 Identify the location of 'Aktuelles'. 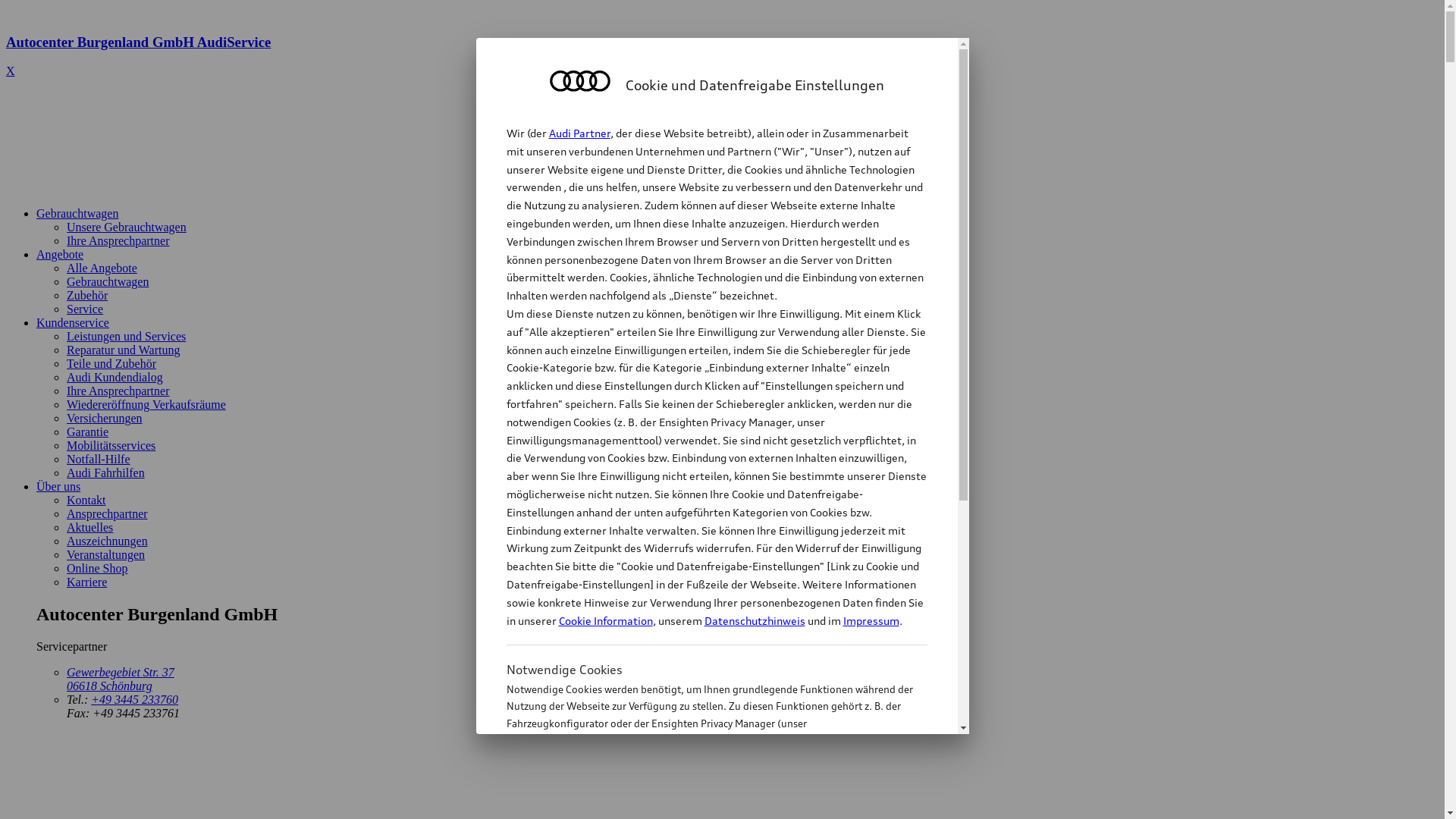
(89, 526).